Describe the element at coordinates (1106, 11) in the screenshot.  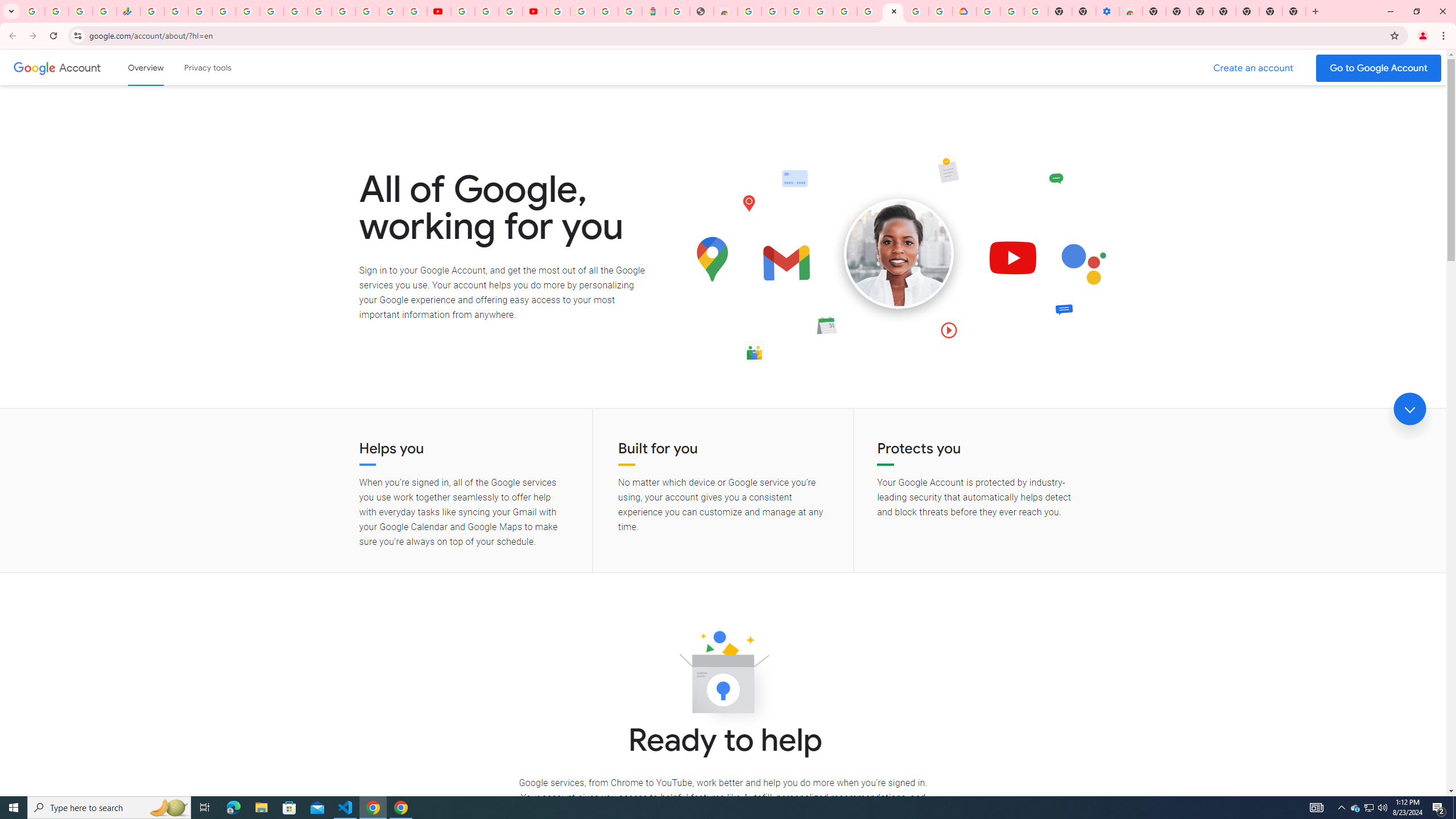
I see `'Settings - Accessibility'` at that location.